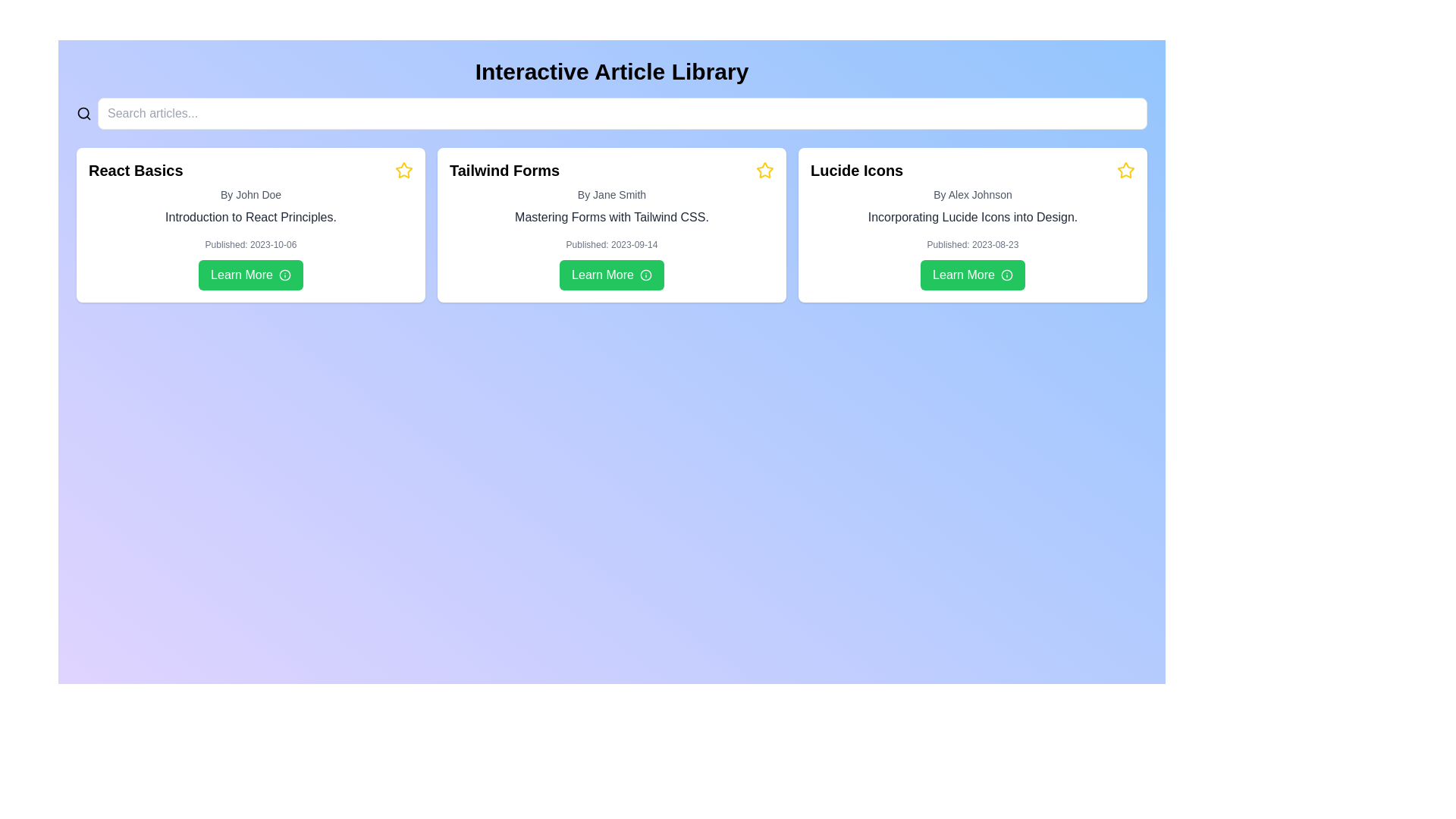 Image resolution: width=1456 pixels, height=819 pixels. Describe the element at coordinates (83, 112) in the screenshot. I see `the circular icon that is part of the search symbol located at the top-left corner of the interface, adjacent to the 'Search articles...' text input area` at that location.